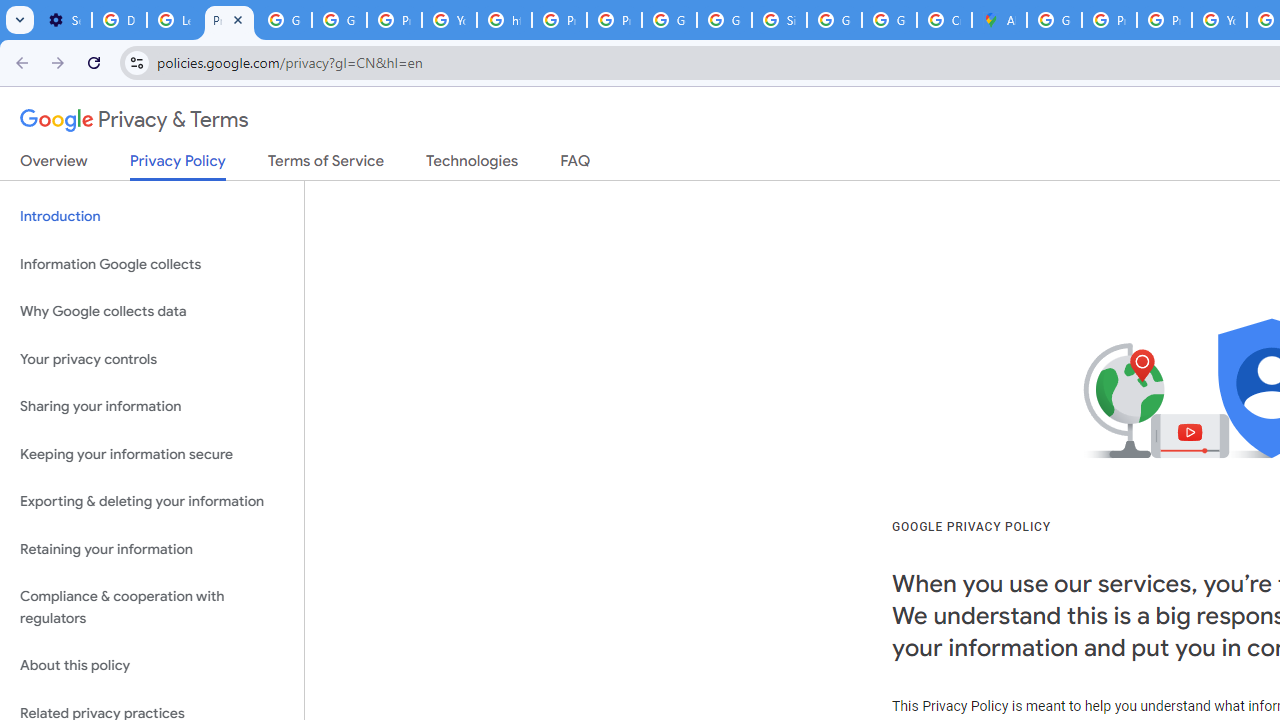 The width and height of the screenshot is (1280, 720). What do you see at coordinates (1108, 20) in the screenshot?
I see `'Privacy Help Center - Policies Help'` at bounding box center [1108, 20].